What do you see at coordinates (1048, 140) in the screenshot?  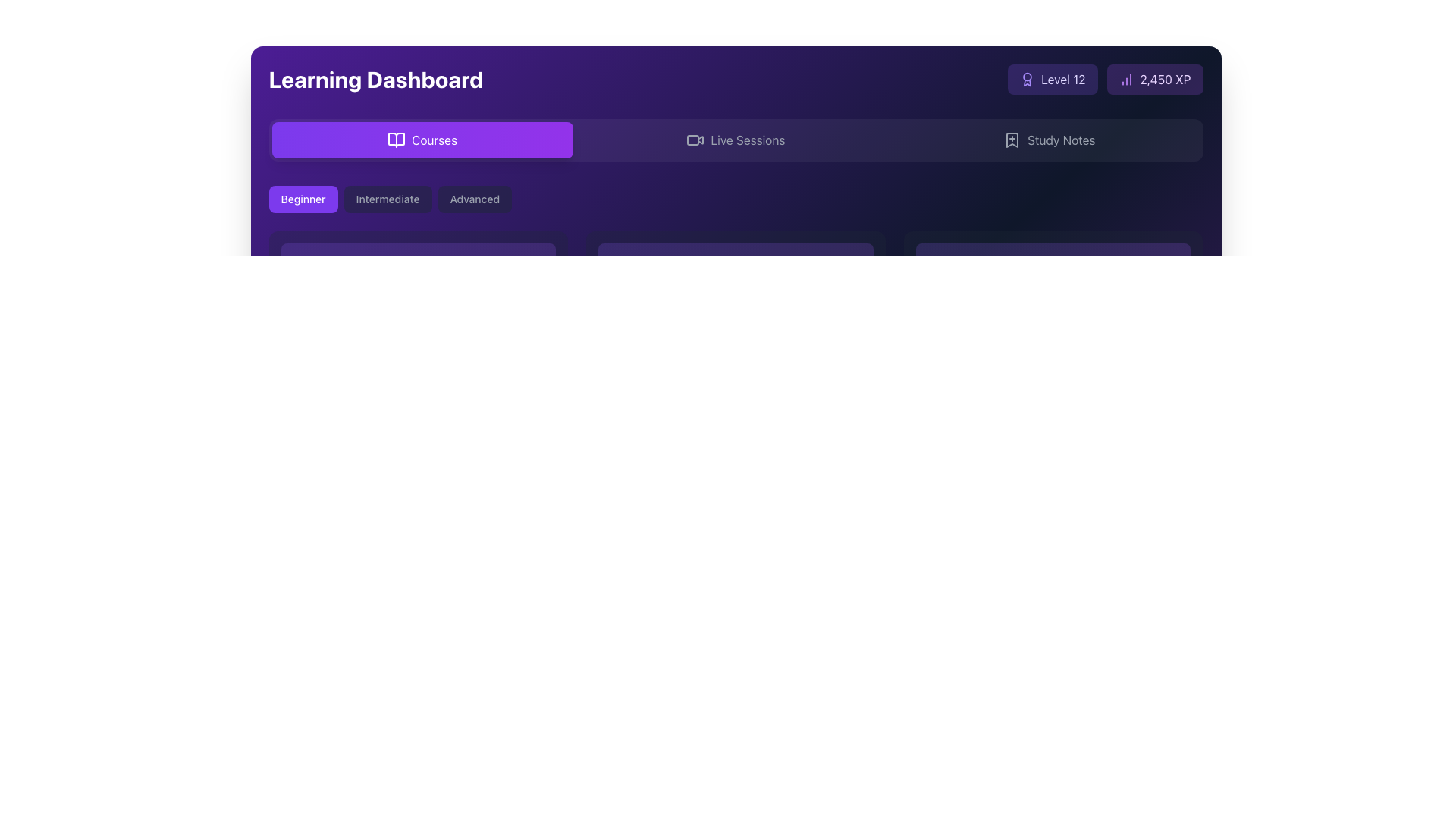 I see `the 'Study Notes' button, which is a rectangular clickable item with a dark background and rounded corners, featuring a gray text label and a bookmark-shaped icon aligned horizontally to the left of the text` at bounding box center [1048, 140].